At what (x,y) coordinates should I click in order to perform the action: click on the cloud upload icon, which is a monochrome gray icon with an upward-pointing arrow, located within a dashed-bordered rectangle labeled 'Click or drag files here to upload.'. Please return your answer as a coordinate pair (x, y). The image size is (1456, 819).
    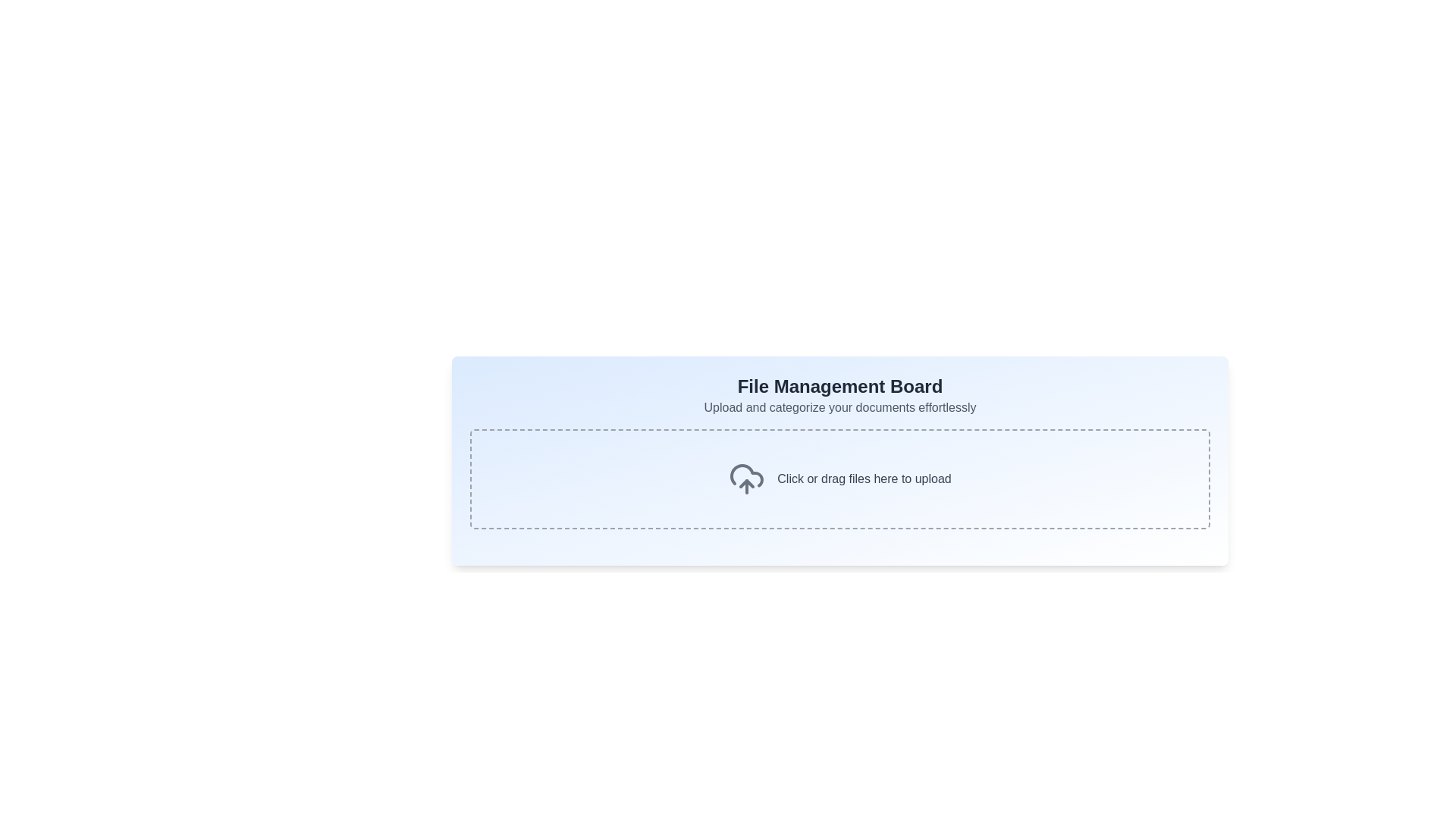
    Looking at the image, I should click on (747, 479).